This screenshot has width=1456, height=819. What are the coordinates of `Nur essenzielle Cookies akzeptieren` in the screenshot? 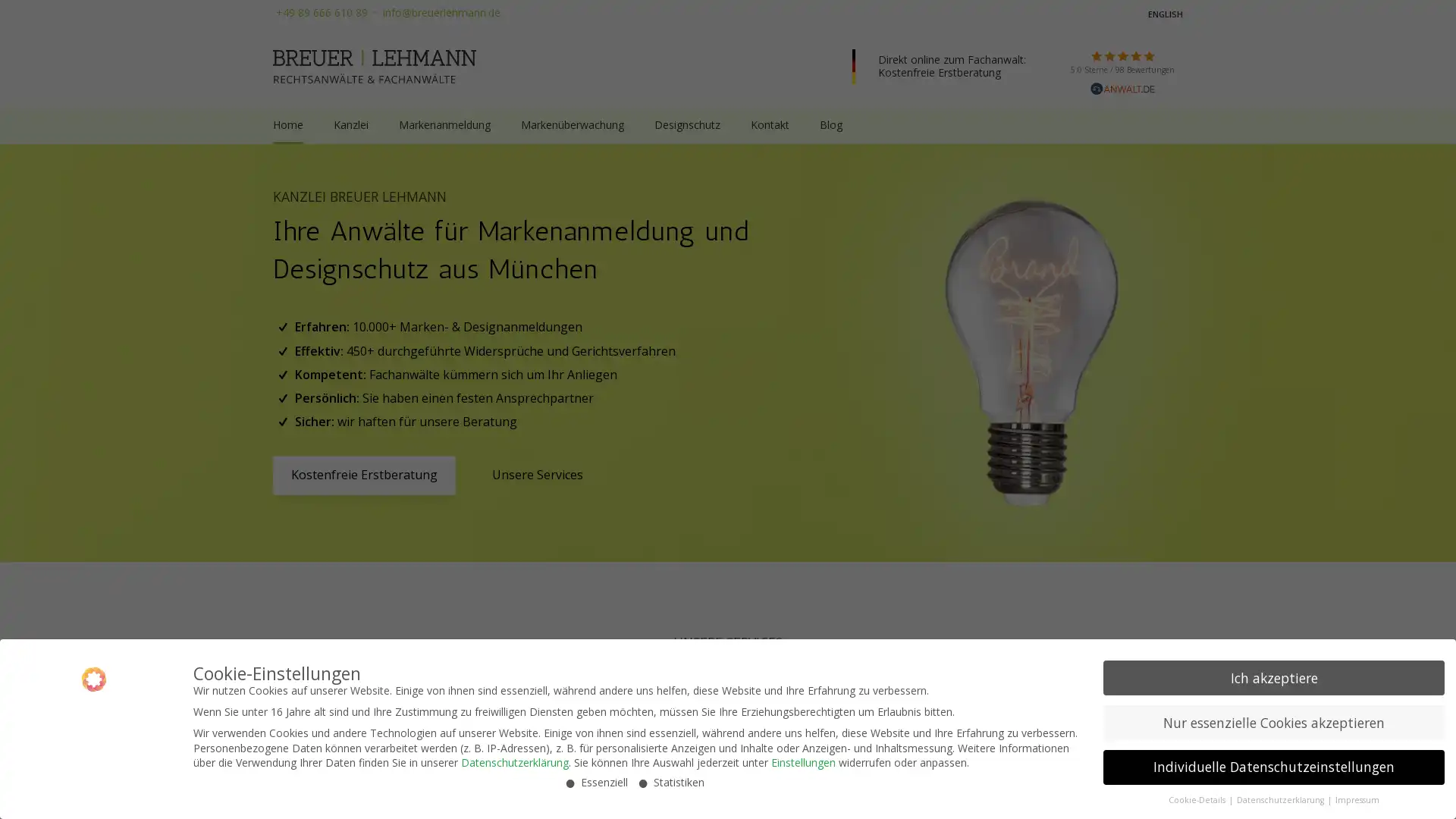 It's located at (1274, 721).